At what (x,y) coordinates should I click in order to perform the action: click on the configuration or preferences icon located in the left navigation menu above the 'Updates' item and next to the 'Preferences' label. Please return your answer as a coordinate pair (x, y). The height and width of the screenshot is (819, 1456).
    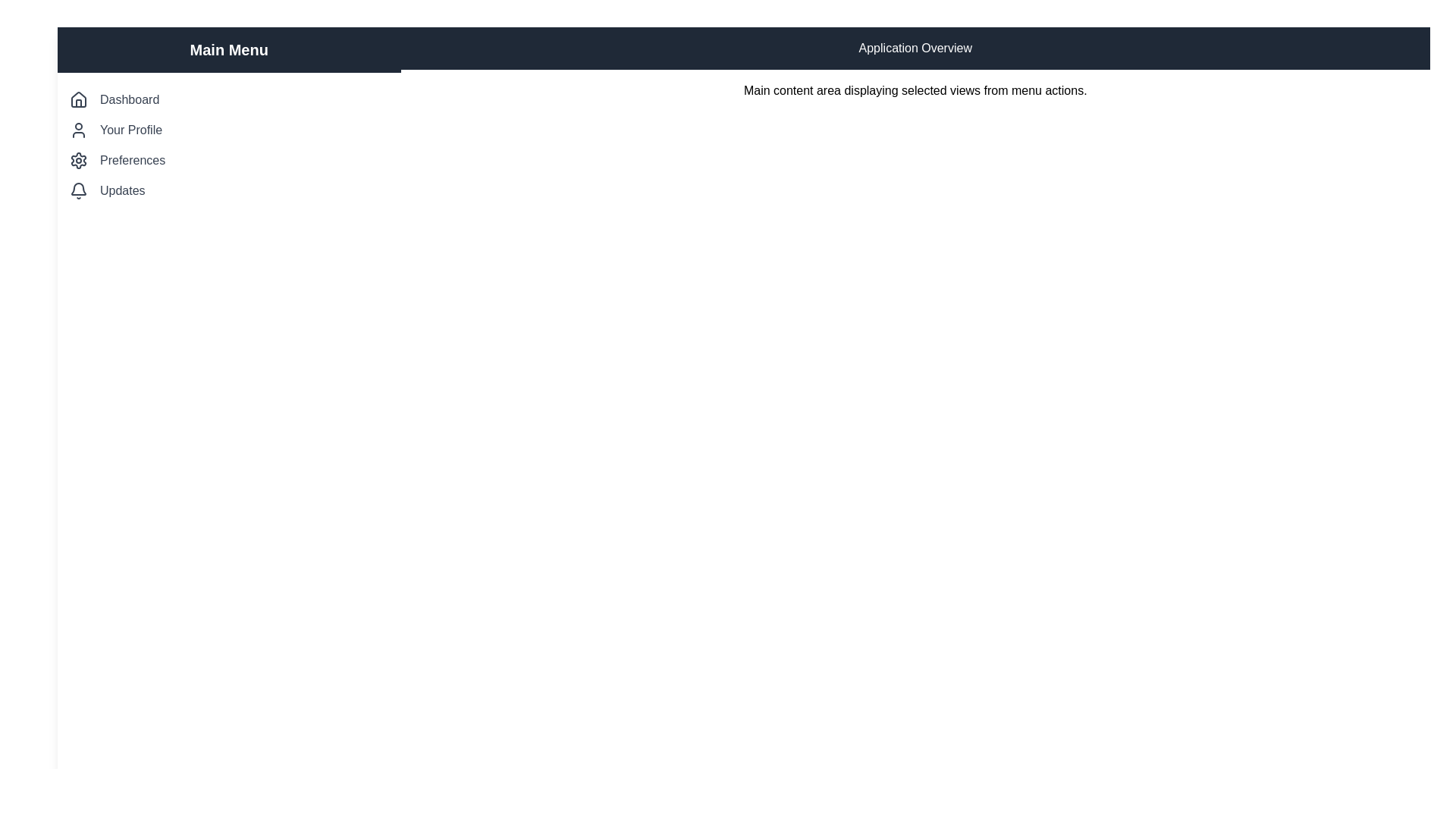
    Looking at the image, I should click on (78, 161).